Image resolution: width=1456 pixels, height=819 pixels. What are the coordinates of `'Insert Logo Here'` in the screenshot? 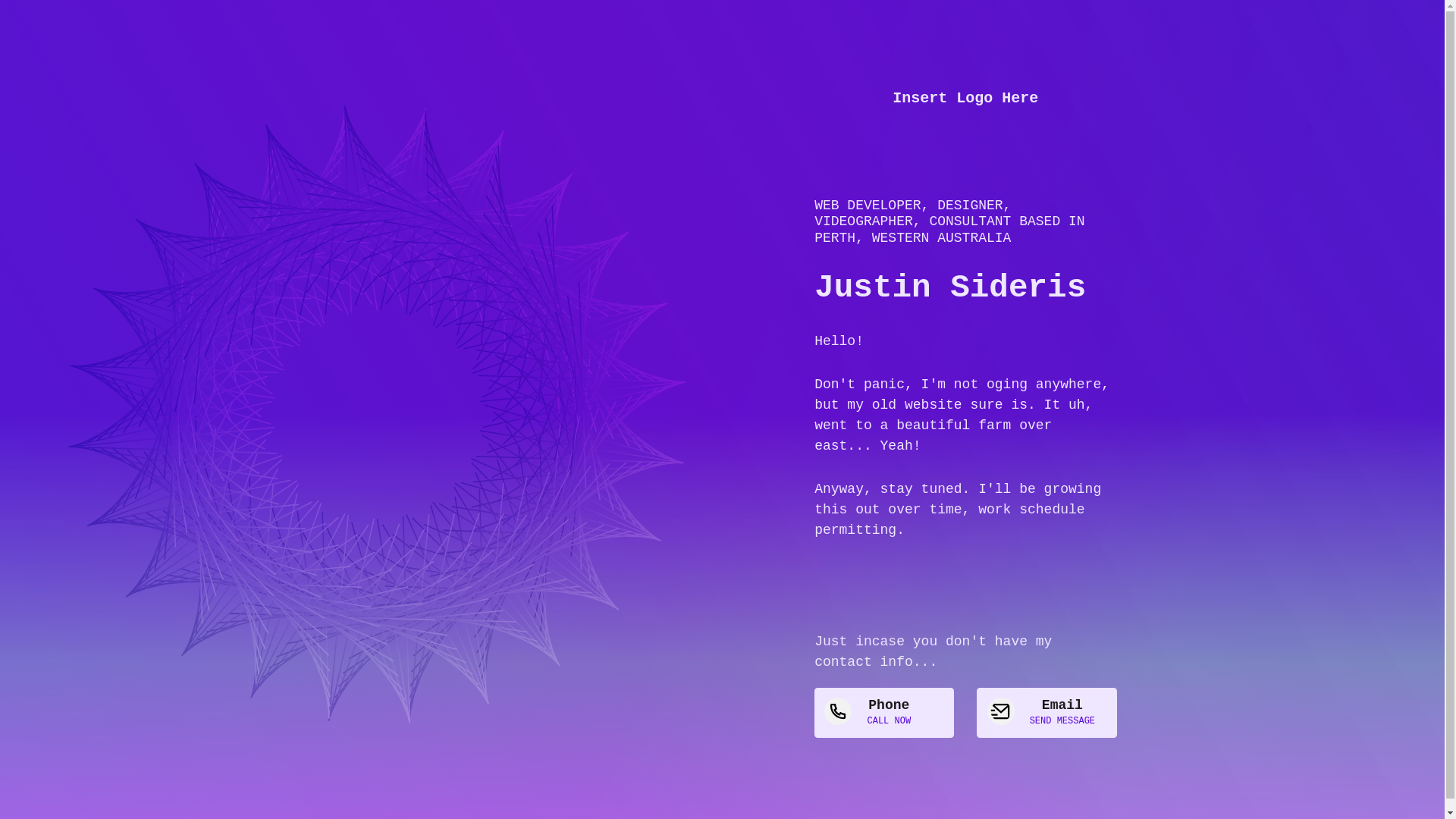 It's located at (964, 99).